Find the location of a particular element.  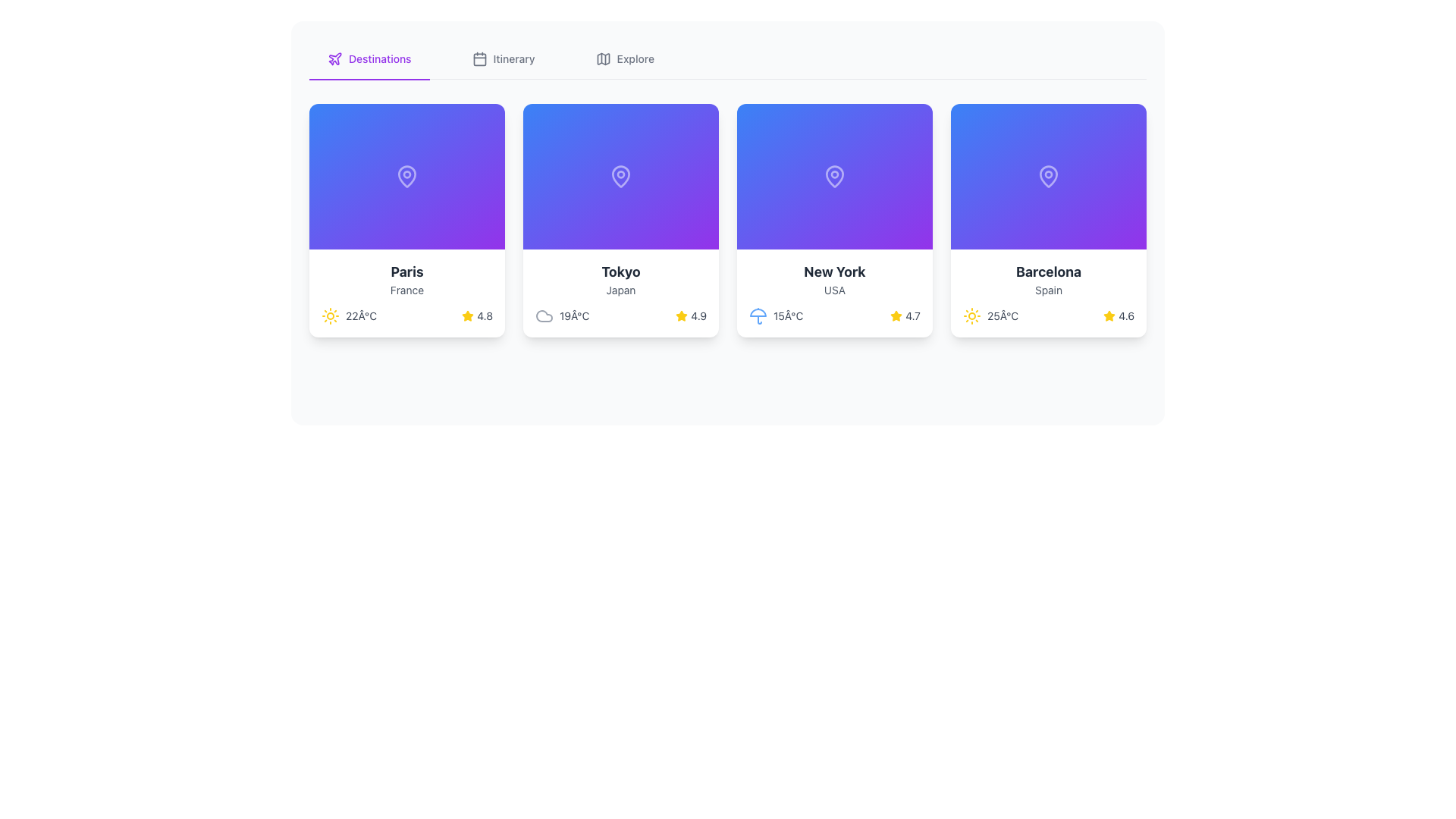

text displayed on the title label of the first city card, which is located in the upper region of the white section below the blue gradient background is located at coordinates (407, 271).